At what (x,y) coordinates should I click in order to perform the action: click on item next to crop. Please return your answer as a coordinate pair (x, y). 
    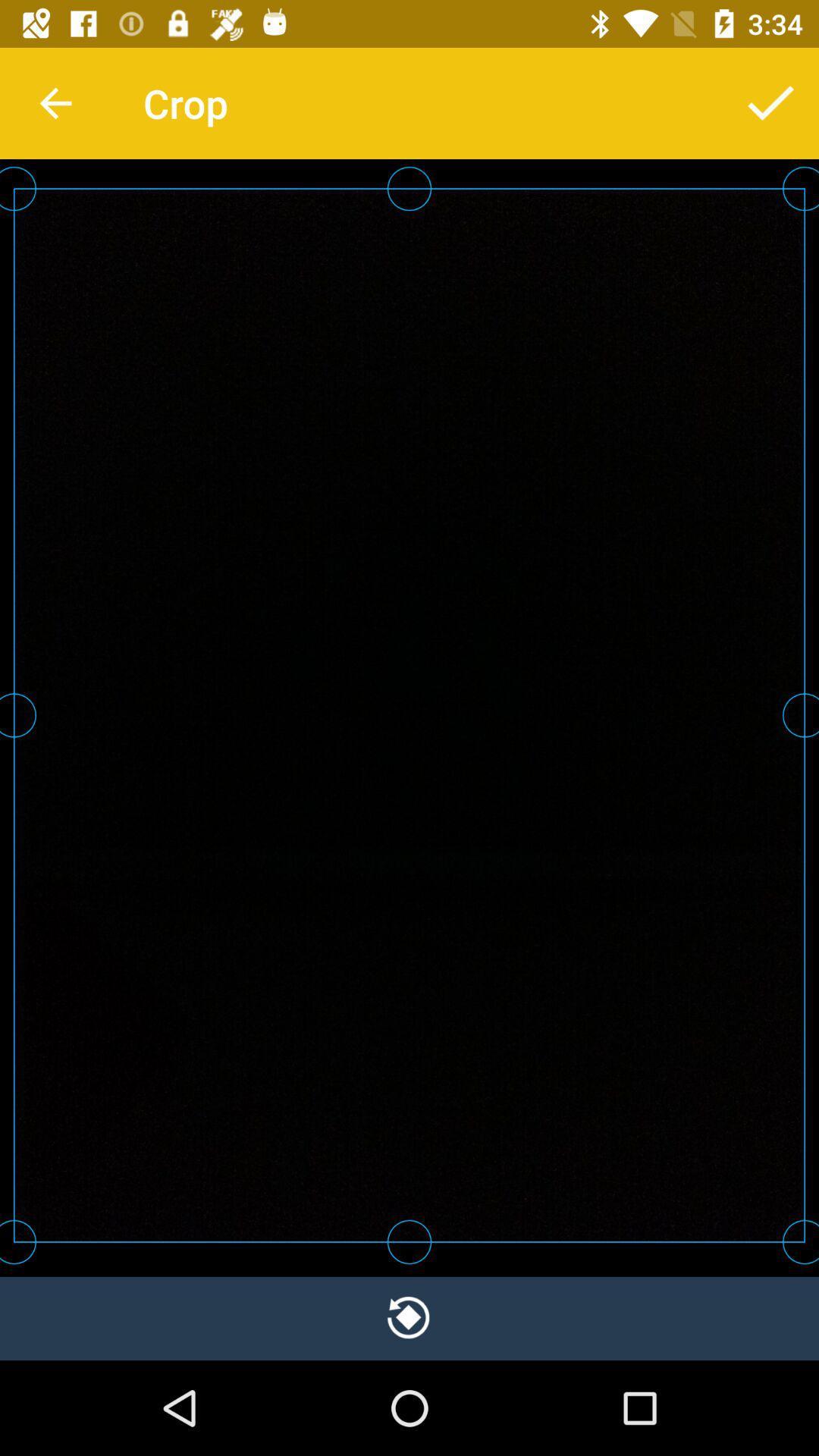
    Looking at the image, I should click on (55, 102).